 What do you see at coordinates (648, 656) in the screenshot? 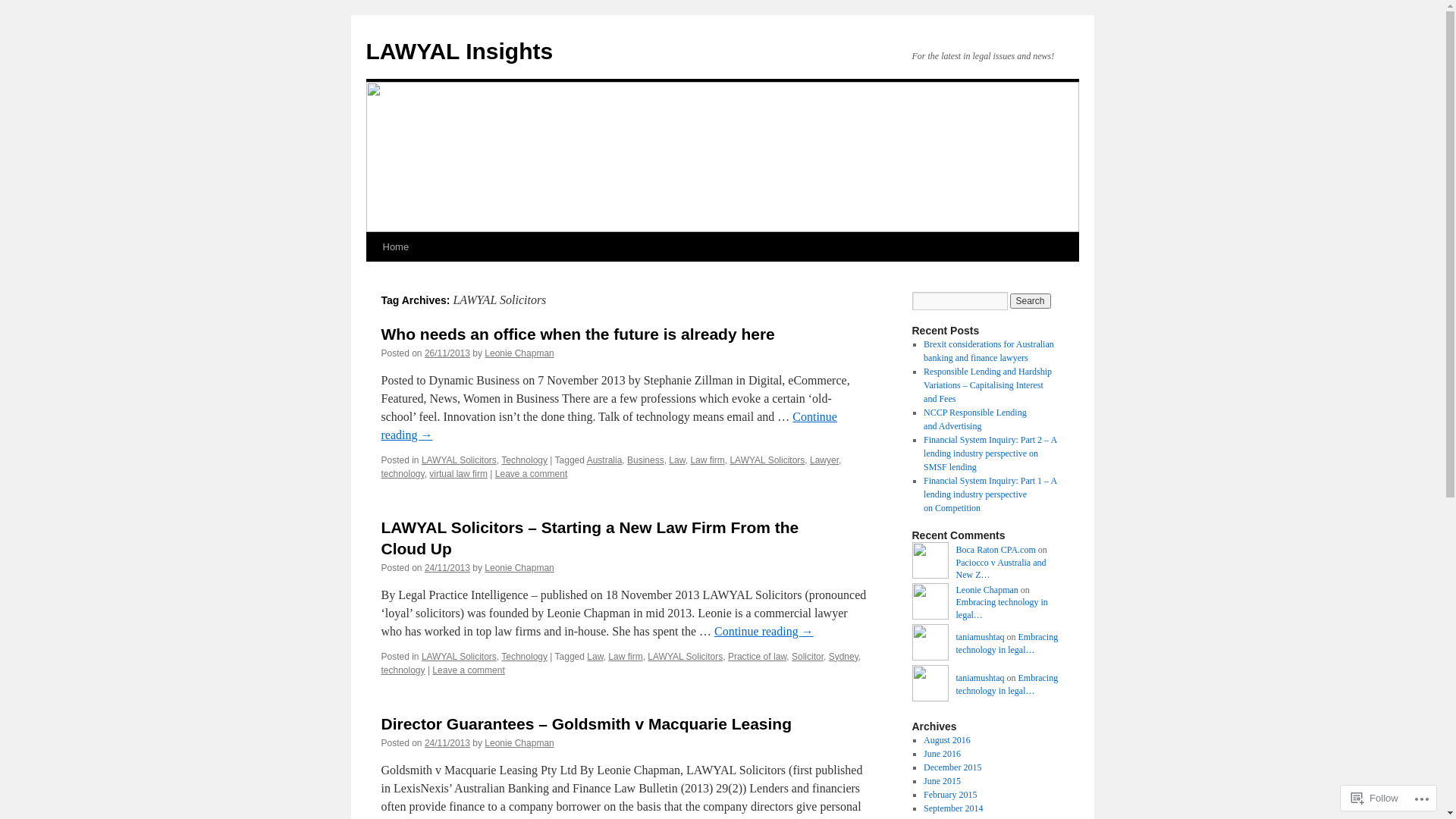
I see `'LAWYAL Solicitors'` at bounding box center [648, 656].